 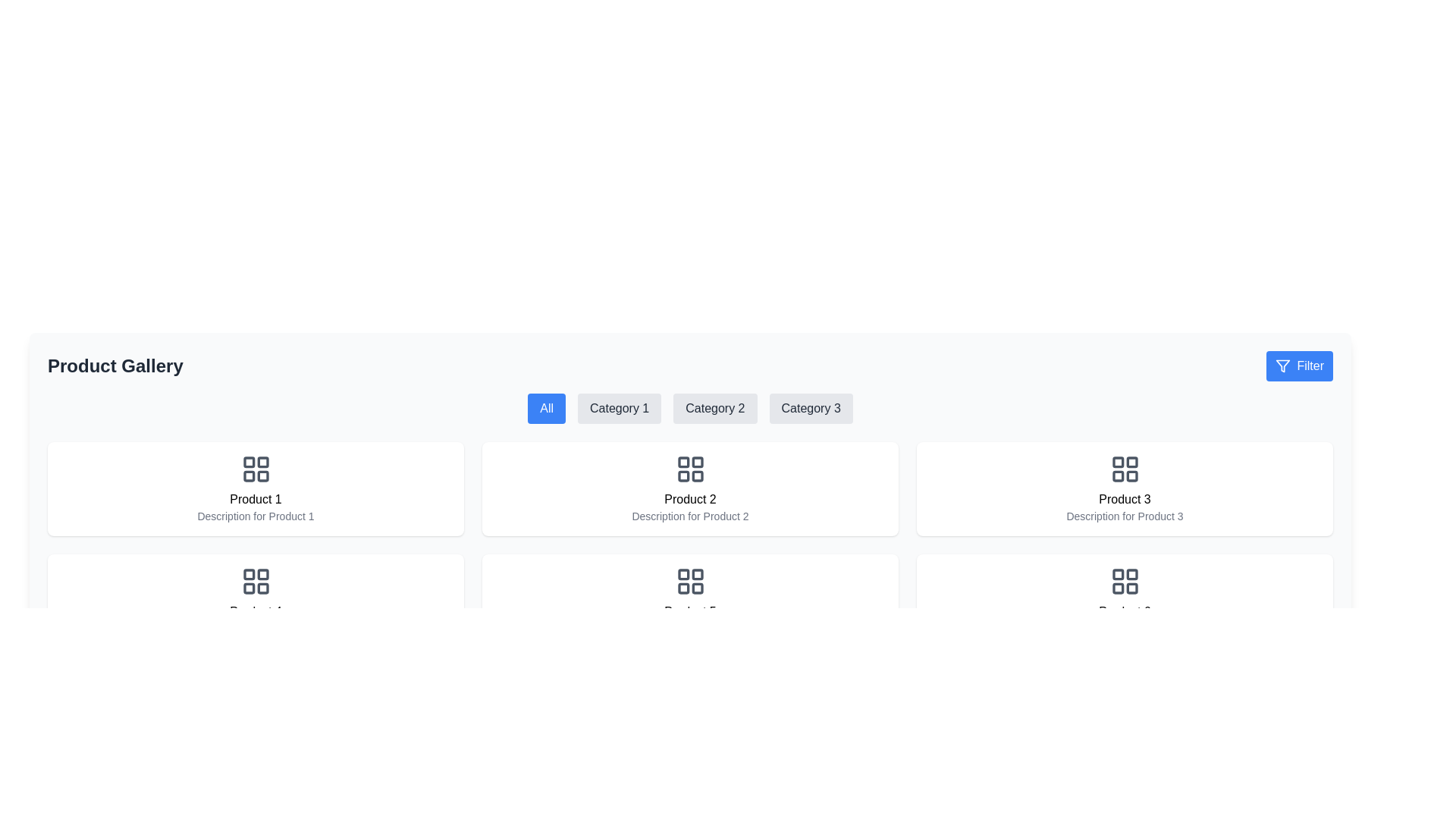 What do you see at coordinates (1125, 488) in the screenshot?
I see `to select the 'Product 3' card located in the top-right section of the grid layout, specifically in the third column of the first row` at bounding box center [1125, 488].